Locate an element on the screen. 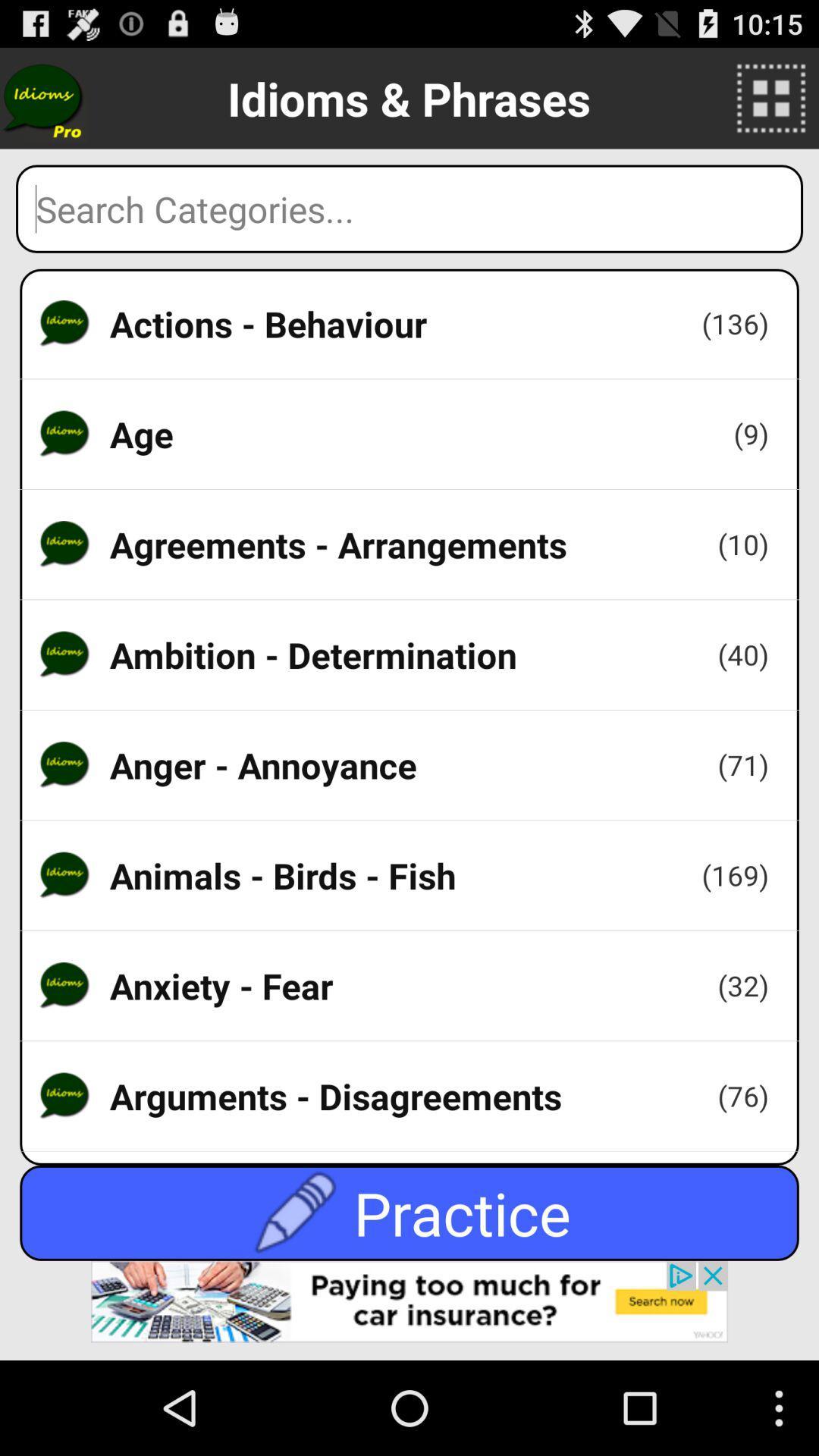 The height and width of the screenshot is (1456, 819). idioms icon is located at coordinates (42, 97).